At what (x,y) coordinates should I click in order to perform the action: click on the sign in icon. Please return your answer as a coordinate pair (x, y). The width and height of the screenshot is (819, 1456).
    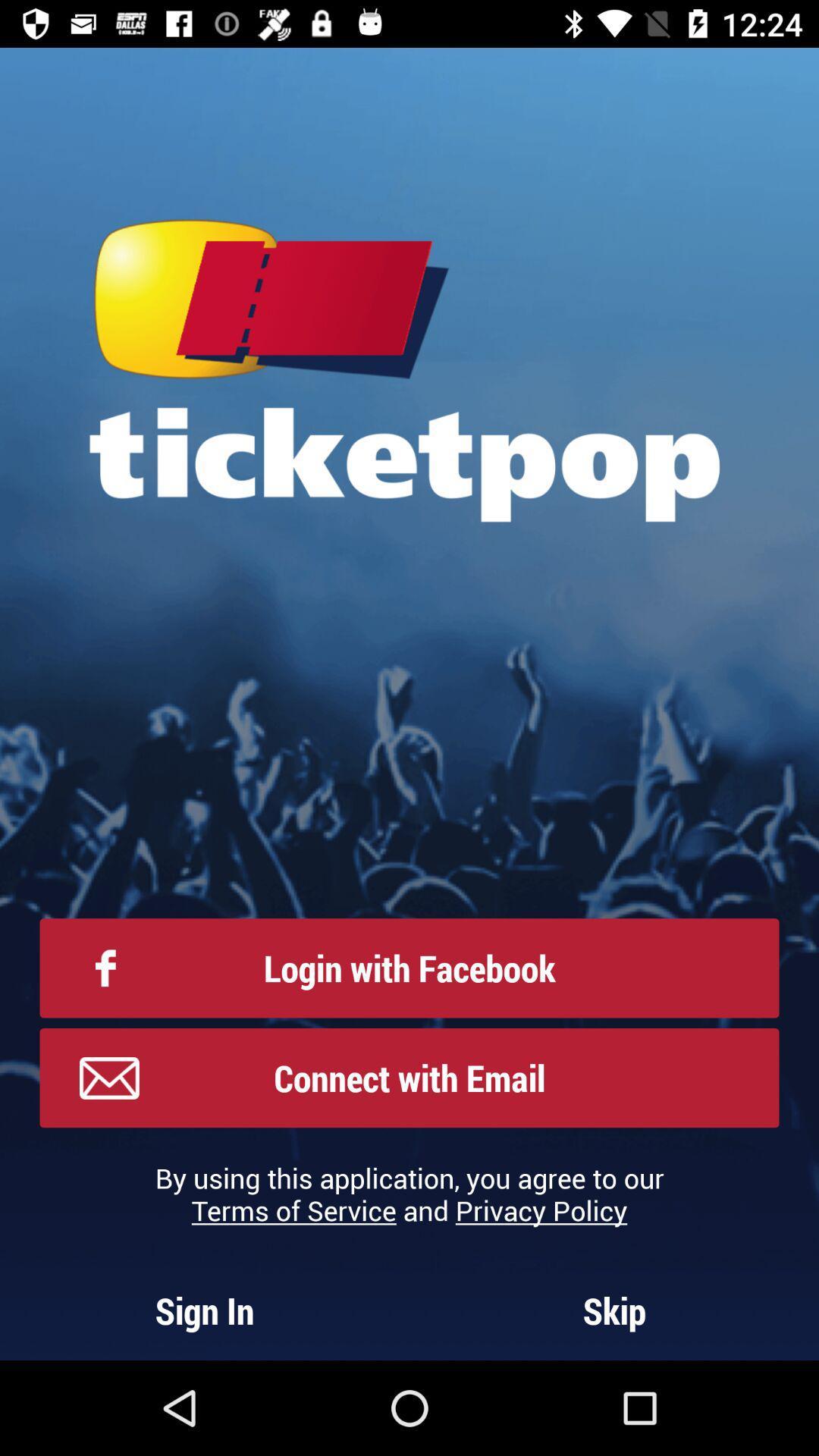
    Looking at the image, I should click on (205, 1310).